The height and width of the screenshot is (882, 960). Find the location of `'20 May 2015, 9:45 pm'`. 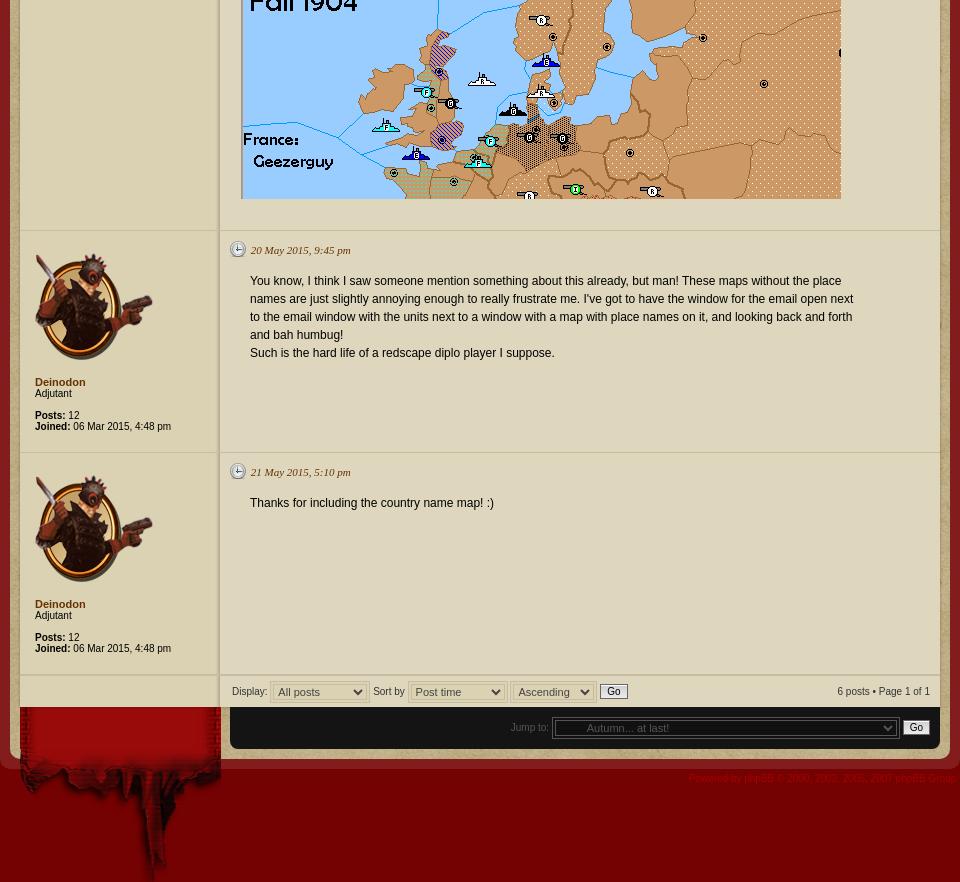

'20 May 2015, 9:45 pm' is located at coordinates (299, 247).